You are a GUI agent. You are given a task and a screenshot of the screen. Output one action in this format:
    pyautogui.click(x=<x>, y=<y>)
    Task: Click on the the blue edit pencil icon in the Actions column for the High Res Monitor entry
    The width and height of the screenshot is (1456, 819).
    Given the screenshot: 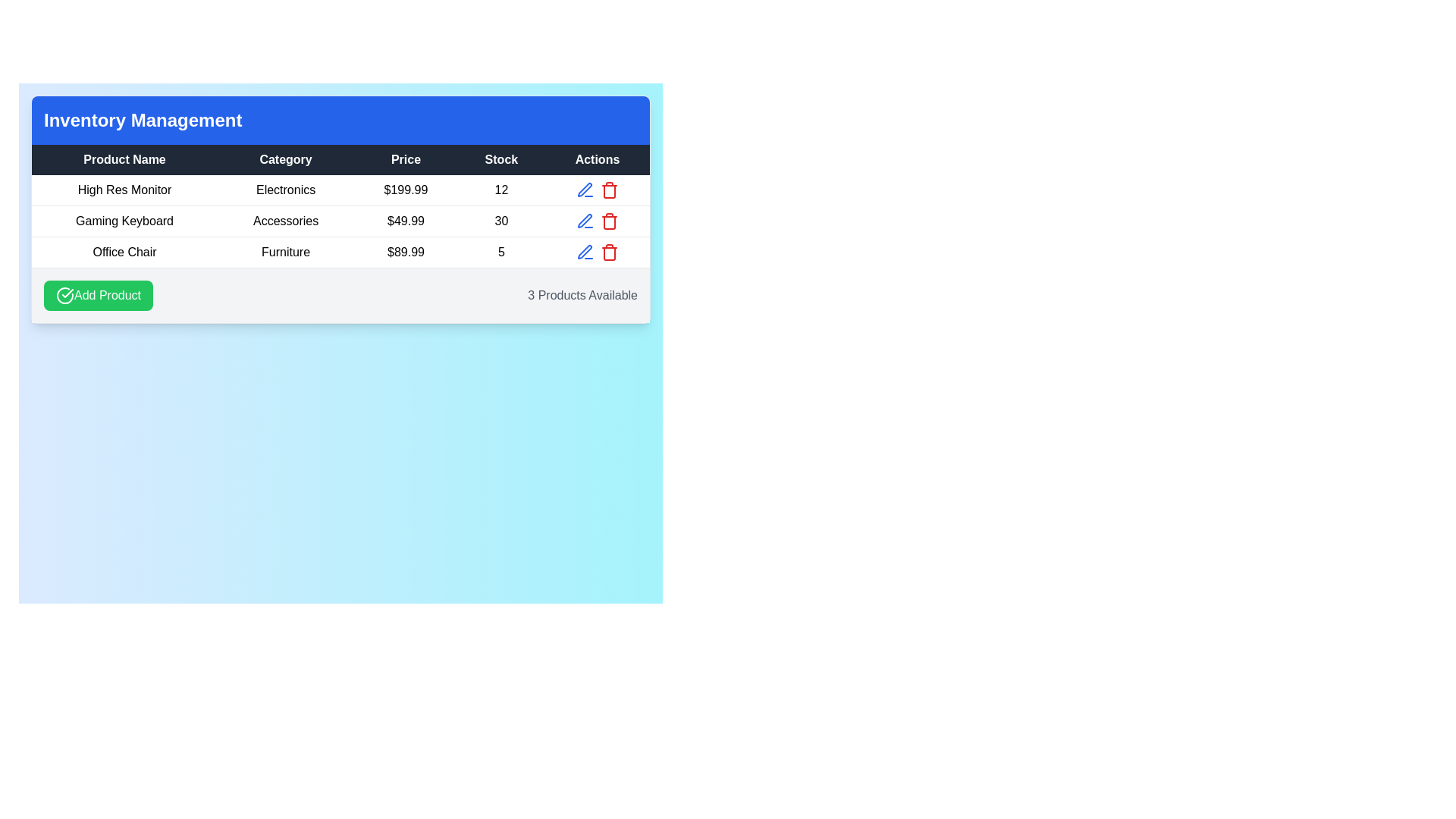 What is the action you would take?
    pyautogui.click(x=596, y=189)
    